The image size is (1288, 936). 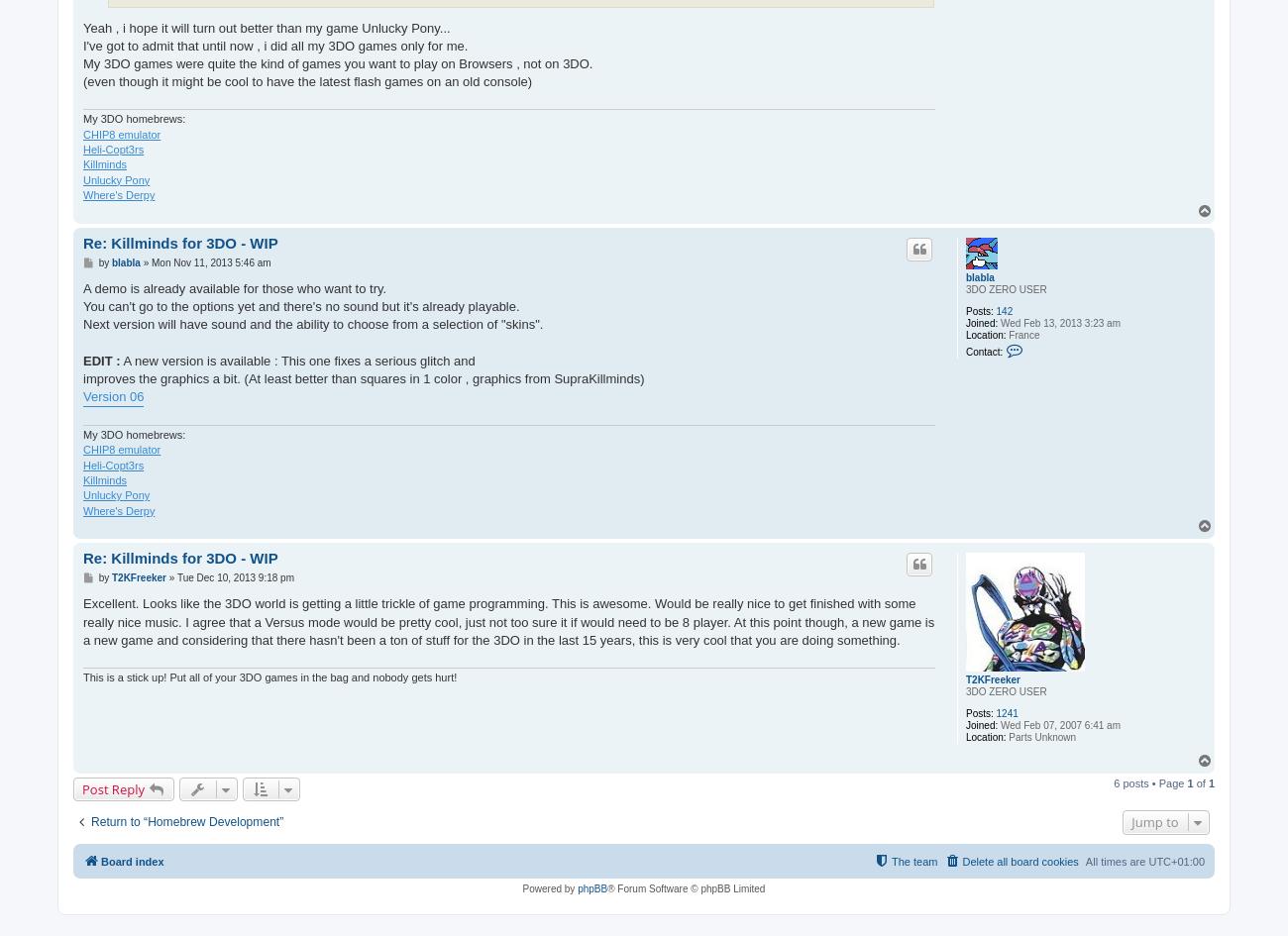 I want to click on 'All times are', so click(x=1115, y=861).